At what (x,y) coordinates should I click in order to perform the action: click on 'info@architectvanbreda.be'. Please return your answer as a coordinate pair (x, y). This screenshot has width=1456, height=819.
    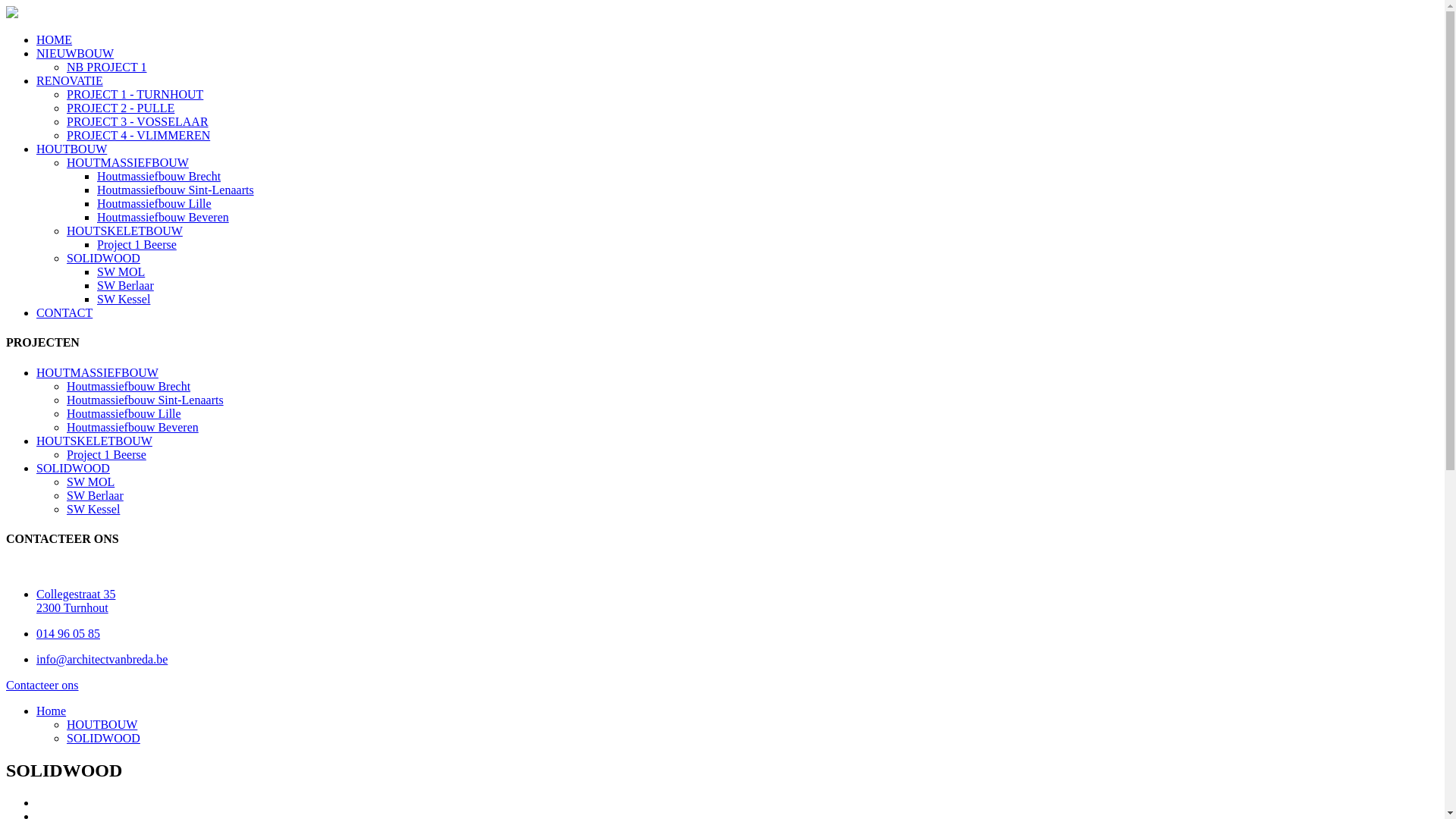
    Looking at the image, I should click on (36, 658).